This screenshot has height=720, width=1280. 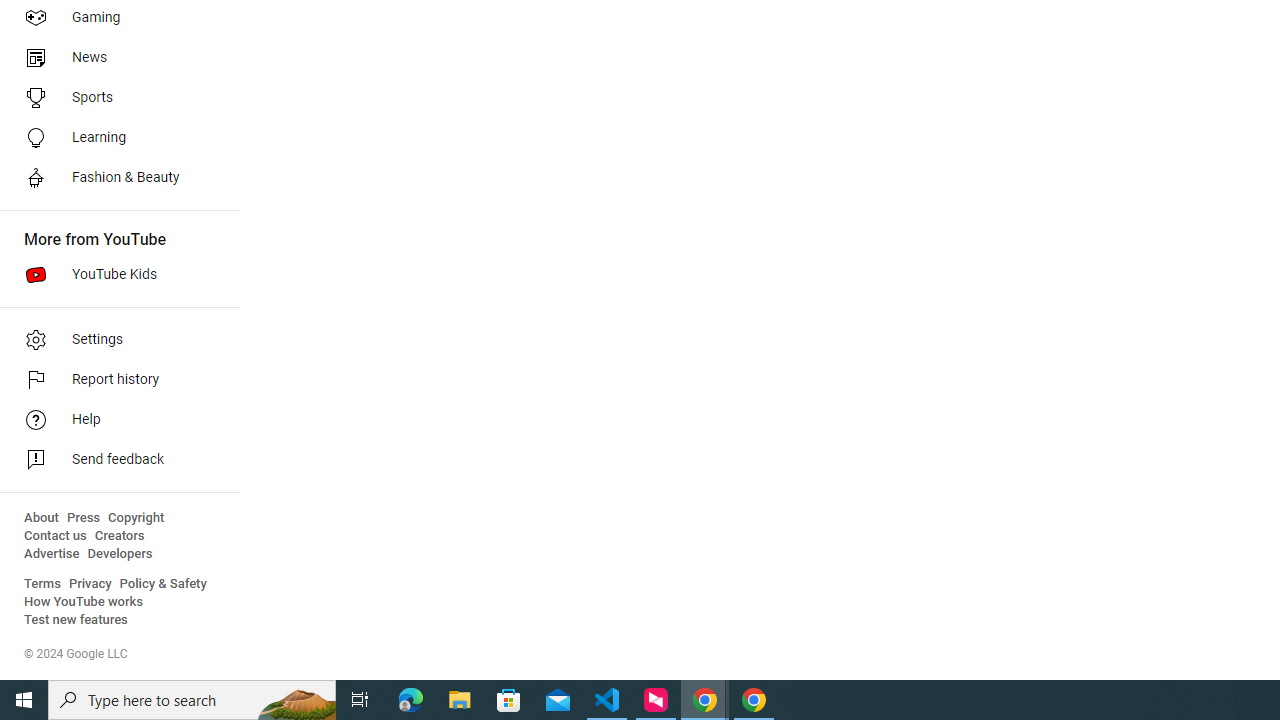 I want to click on 'Help', so click(x=112, y=419).